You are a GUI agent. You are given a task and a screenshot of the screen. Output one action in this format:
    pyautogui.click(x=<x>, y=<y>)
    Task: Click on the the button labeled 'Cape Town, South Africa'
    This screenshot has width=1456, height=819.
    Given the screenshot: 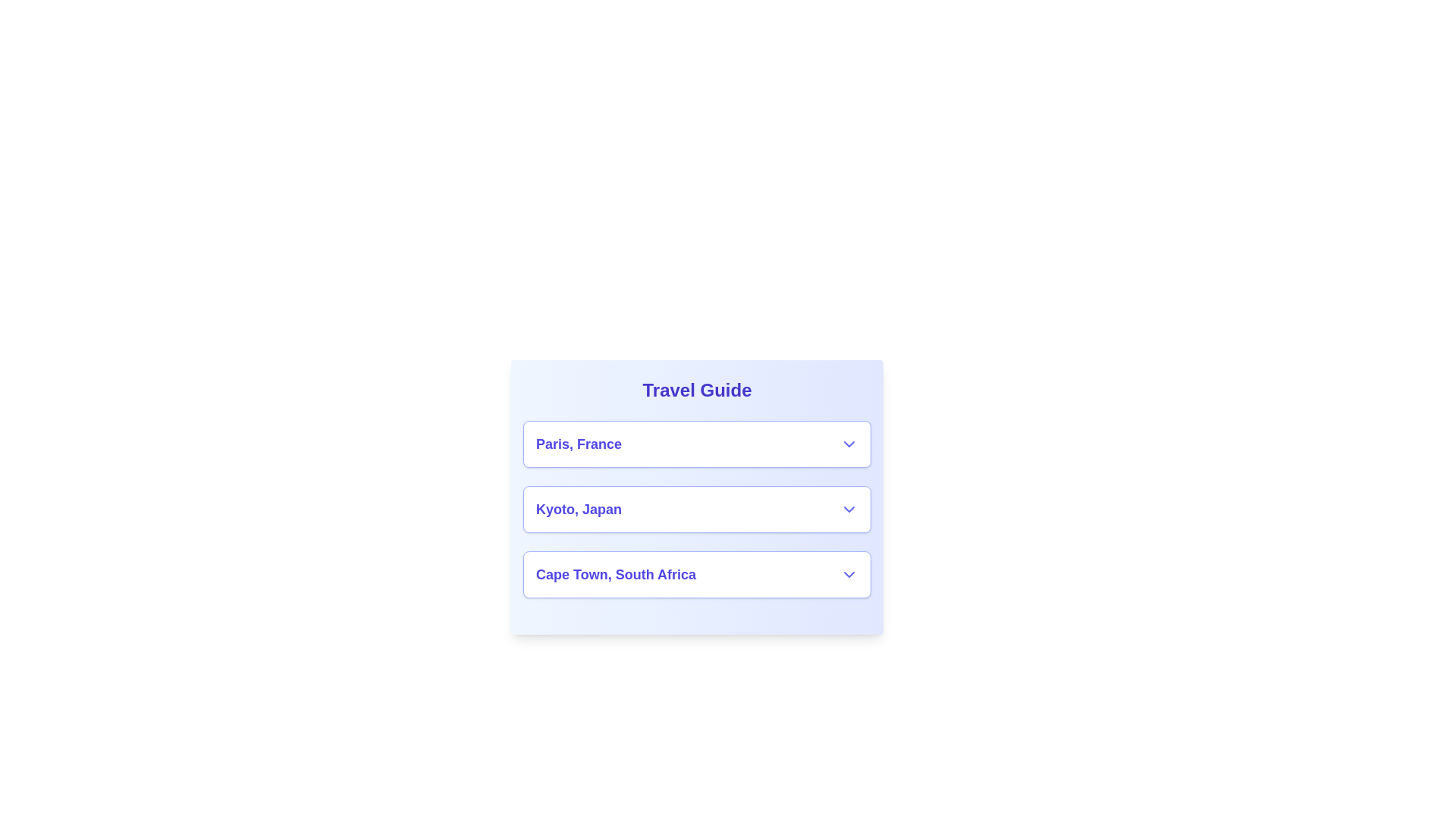 What is the action you would take?
    pyautogui.click(x=696, y=575)
    